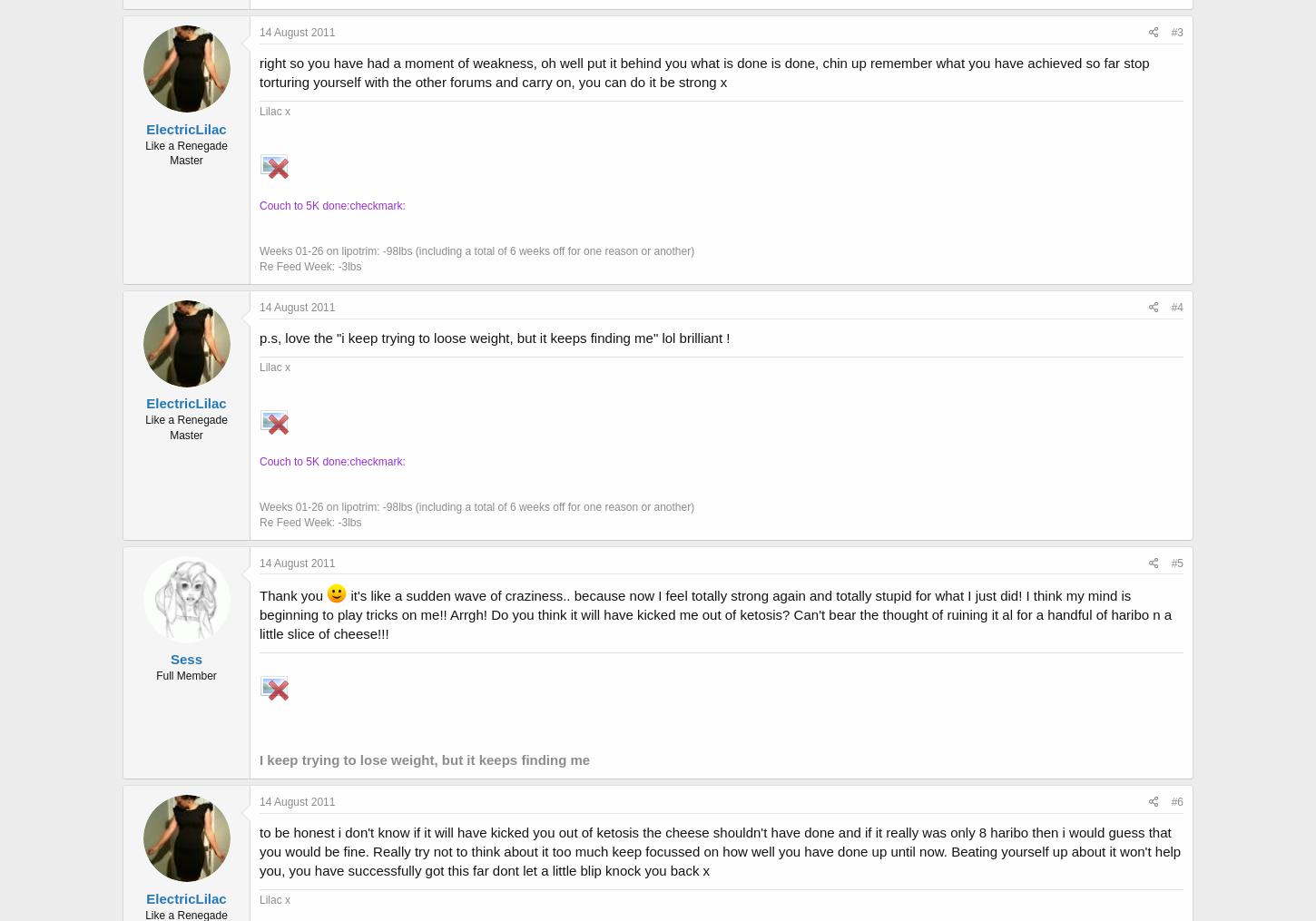  I want to click on '#5', so click(1177, 561).